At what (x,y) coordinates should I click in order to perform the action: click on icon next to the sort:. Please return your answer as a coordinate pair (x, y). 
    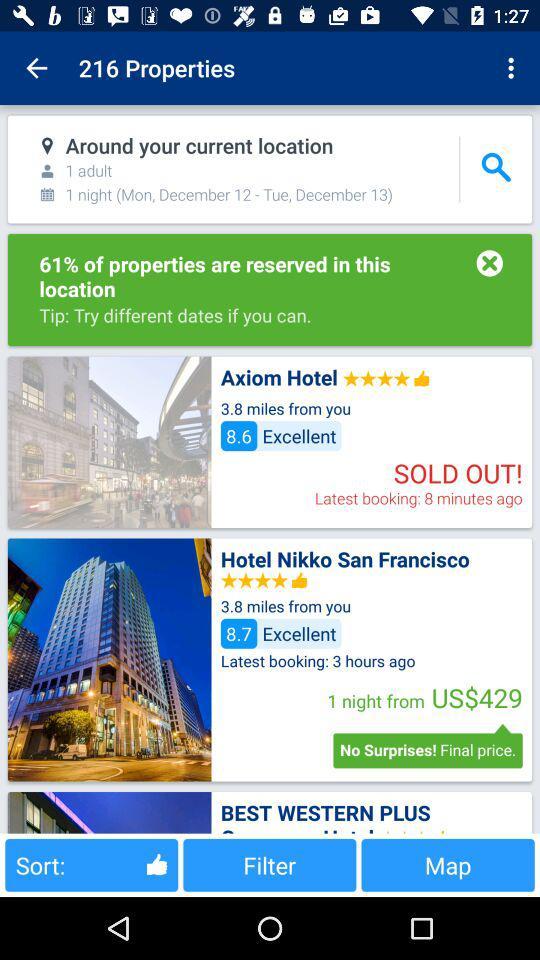
    Looking at the image, I should click on (269, 864).